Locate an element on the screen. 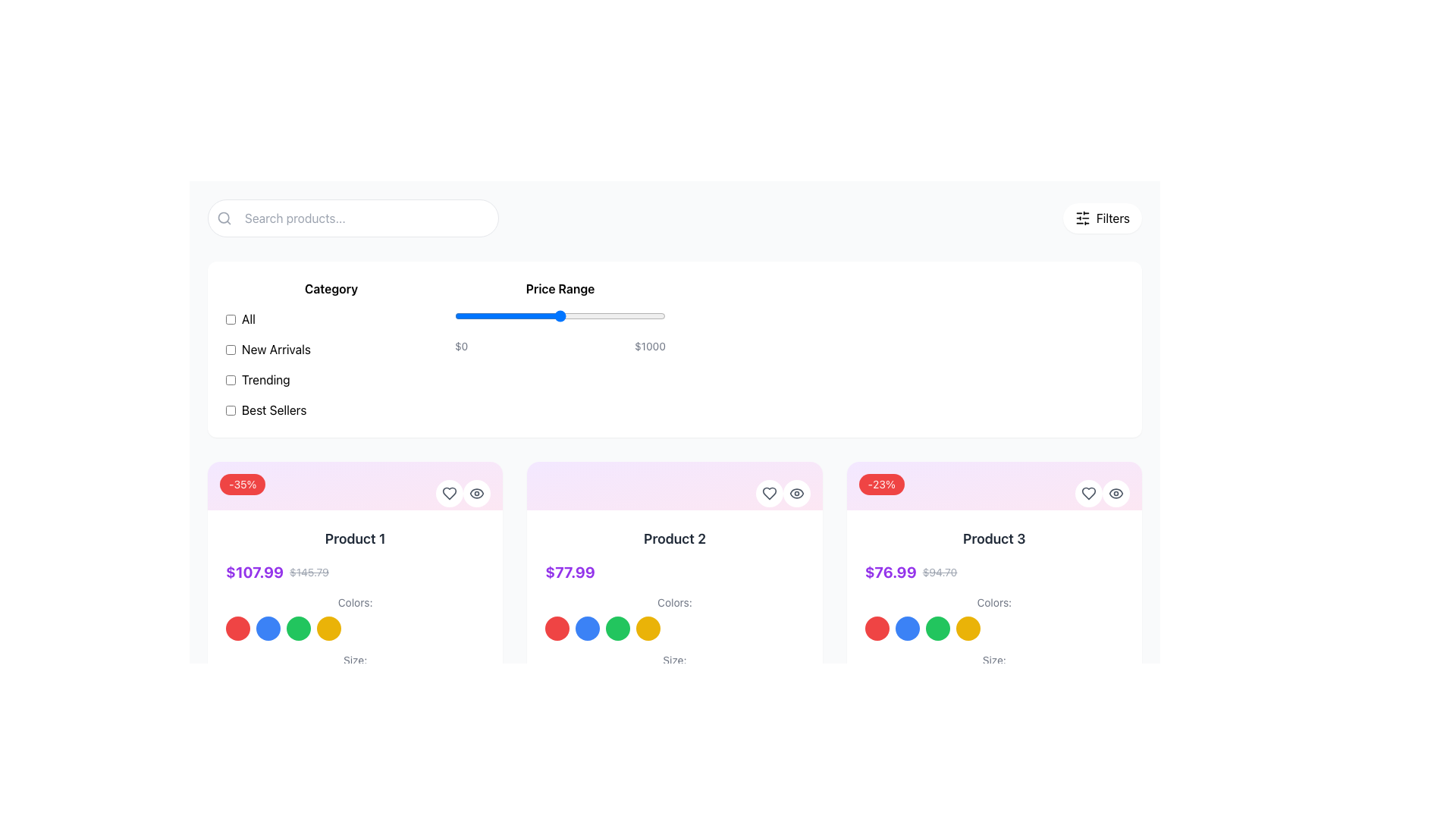 This screenshot has height=819, width=1456. the text label that identifies the product in the second product card, located prominently above the price information is located at coordinates (673, 538).